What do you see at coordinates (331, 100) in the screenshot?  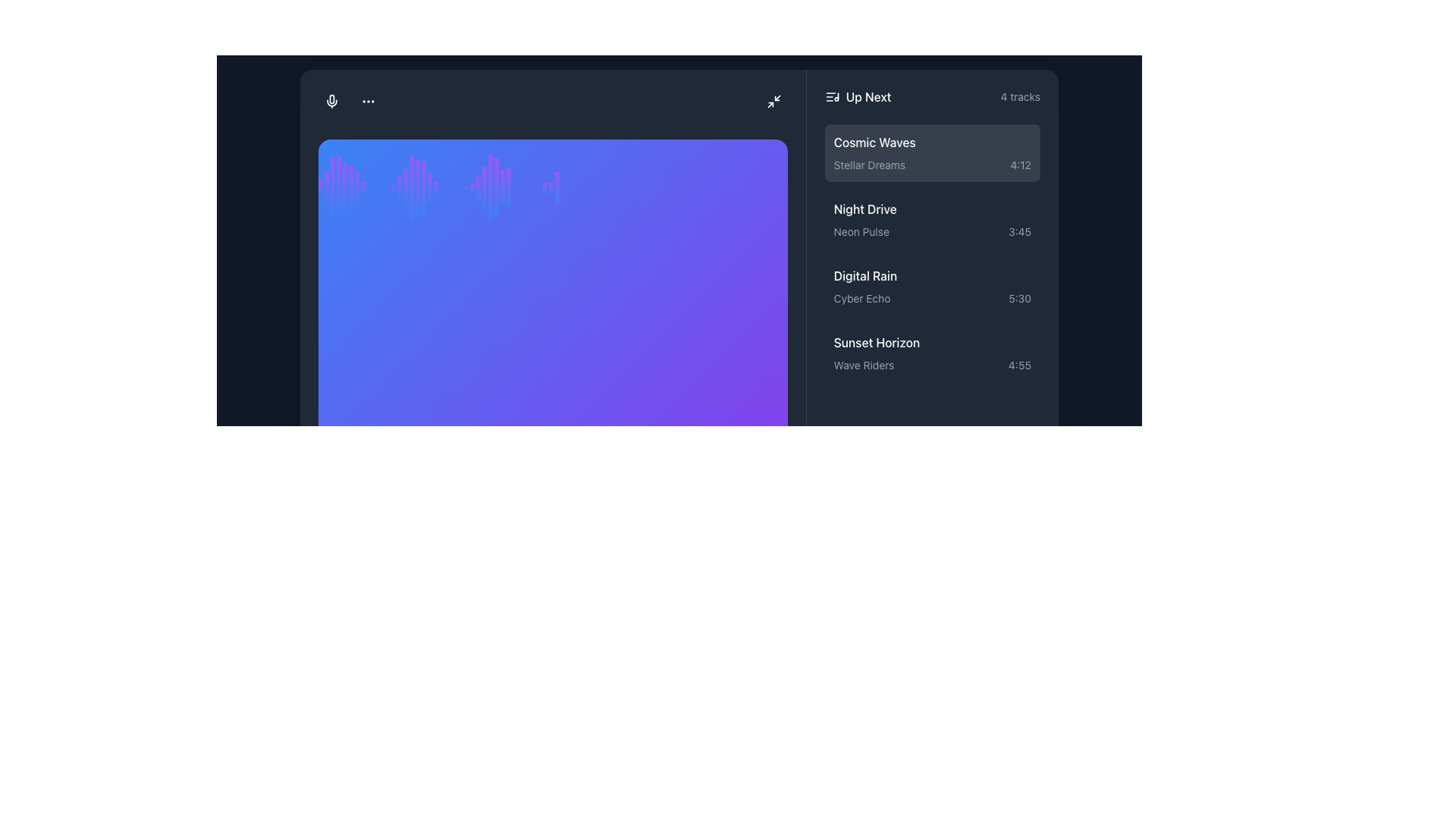 I see `the circular microphone button with a white icon on a dark background located in the upper-left section of the interface` at bounding box center [331, 100].